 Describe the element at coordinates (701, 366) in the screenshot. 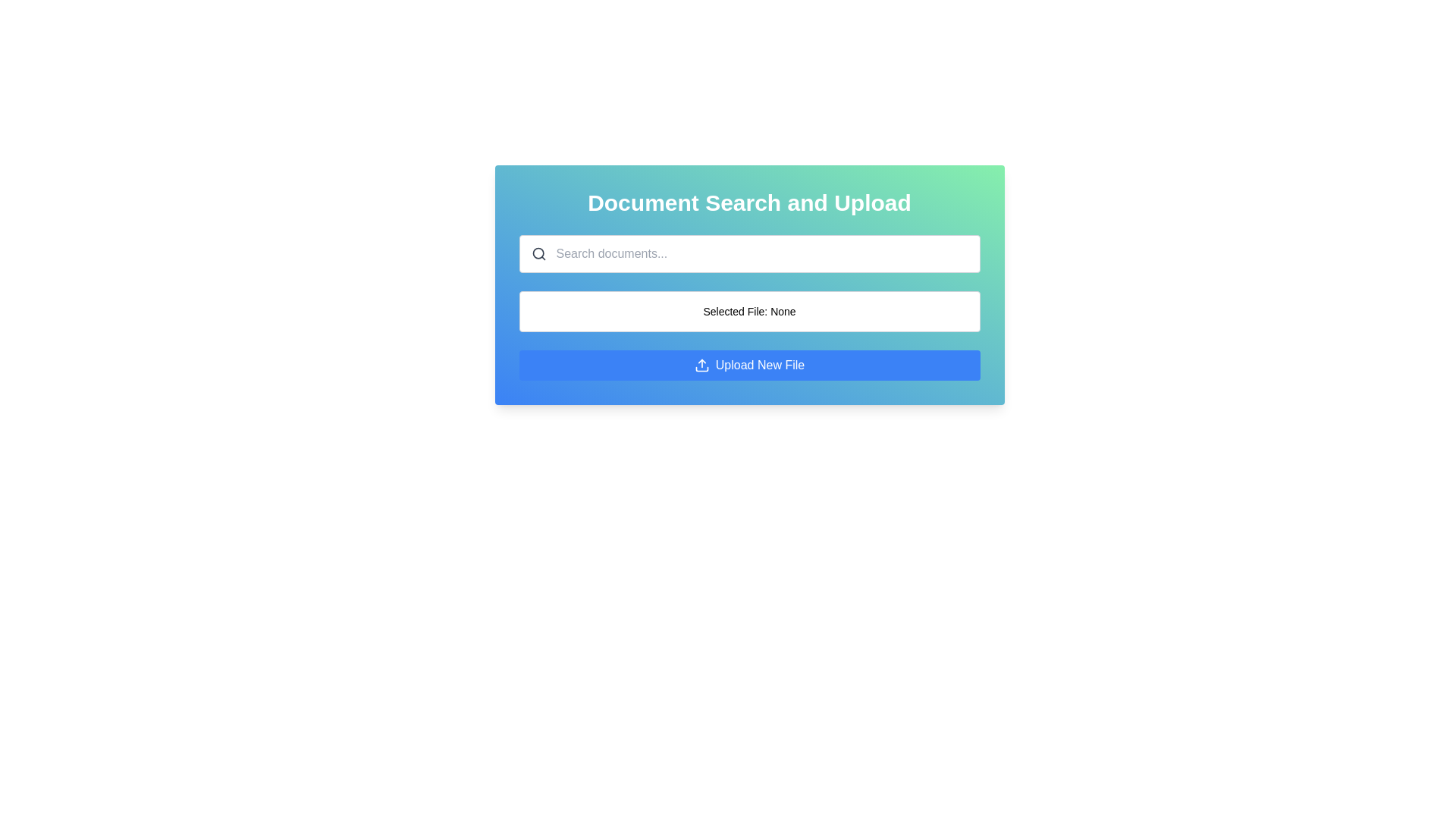

I see `the upload icon located at the center of the 'Upload New File' button, which visually indicates the upload feature` at that location.